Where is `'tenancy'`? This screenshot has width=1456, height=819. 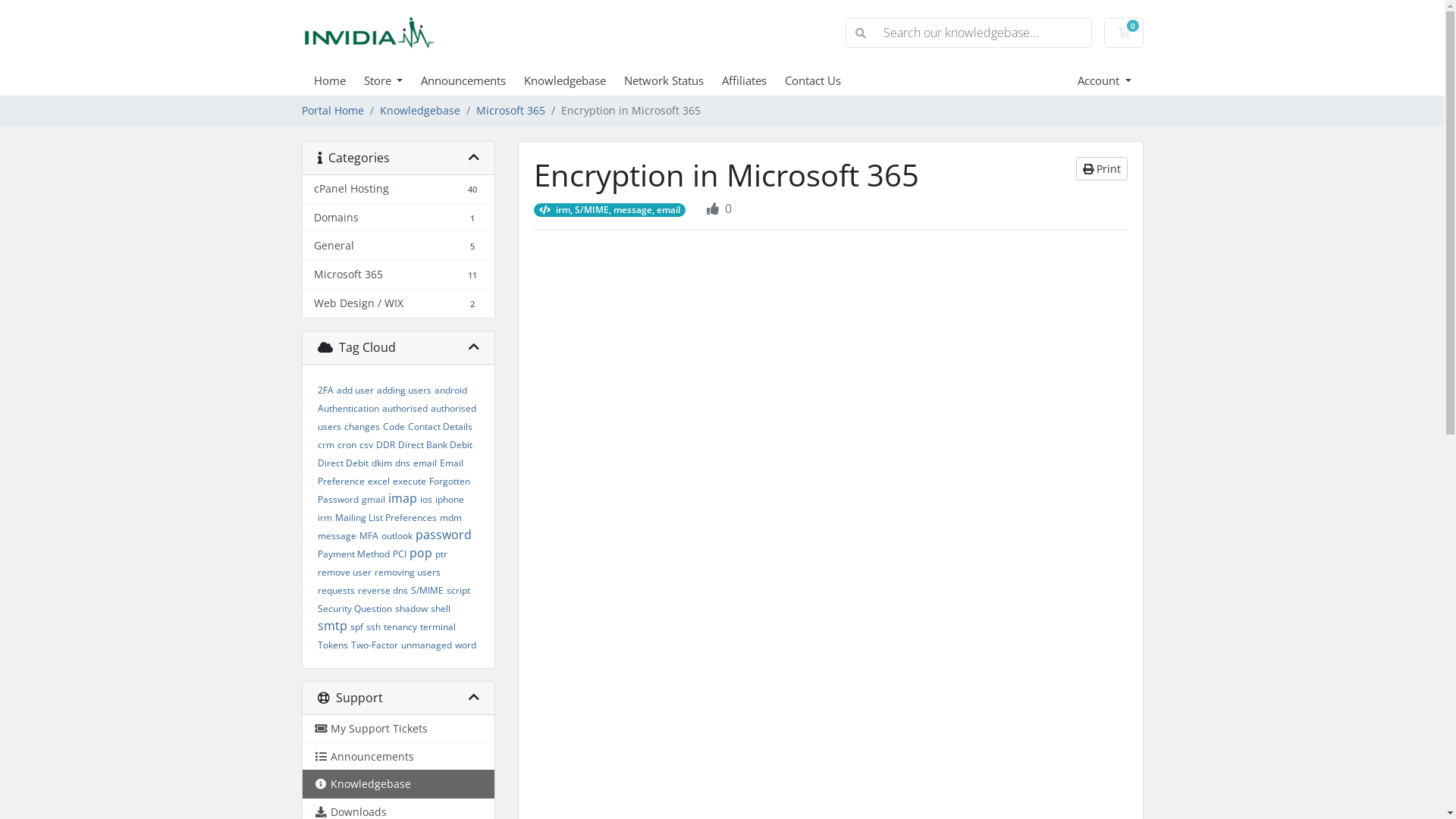 'tenancy' is located at coordinates (400, 626).